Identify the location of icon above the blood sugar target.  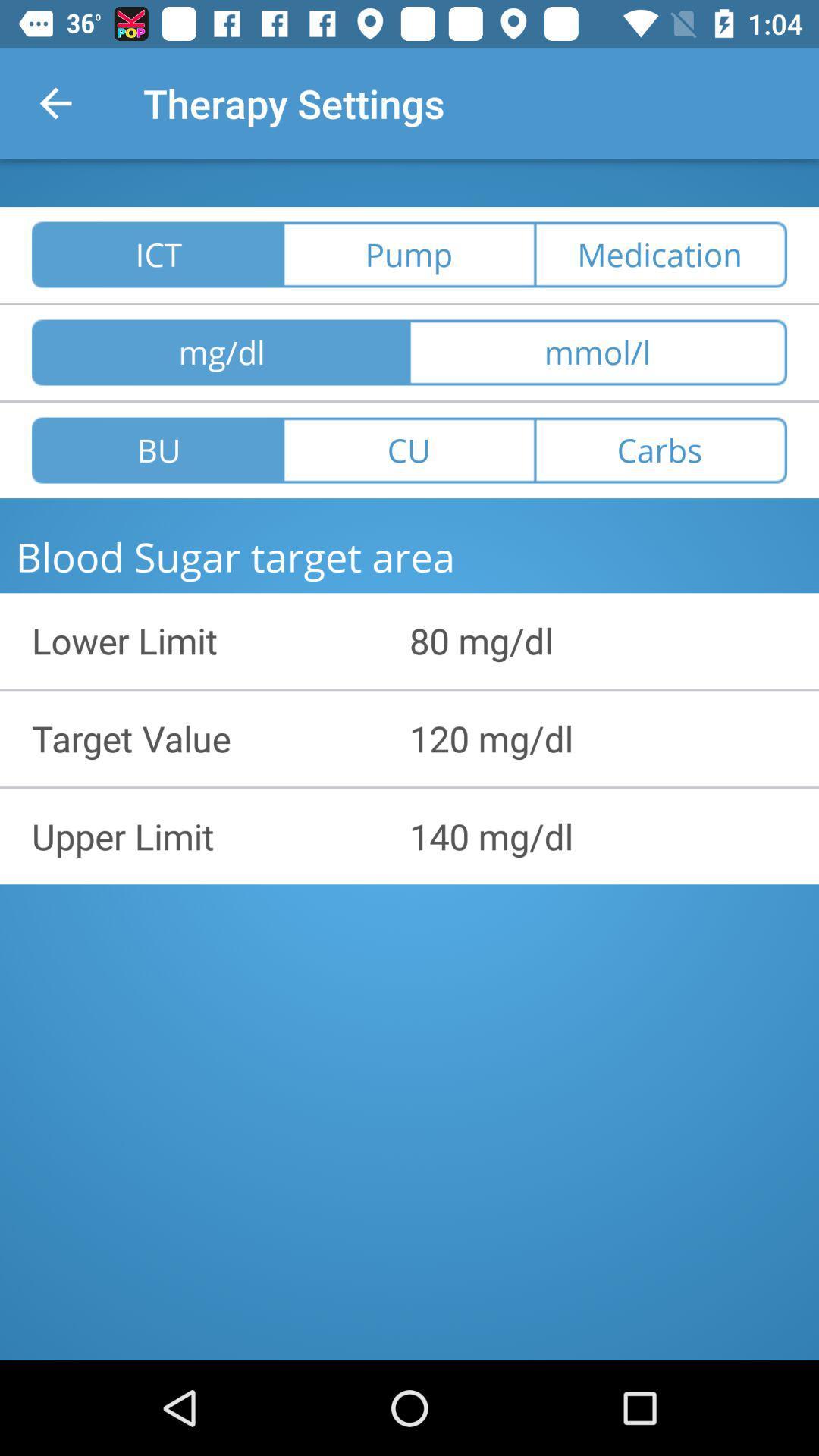
(157, 450).